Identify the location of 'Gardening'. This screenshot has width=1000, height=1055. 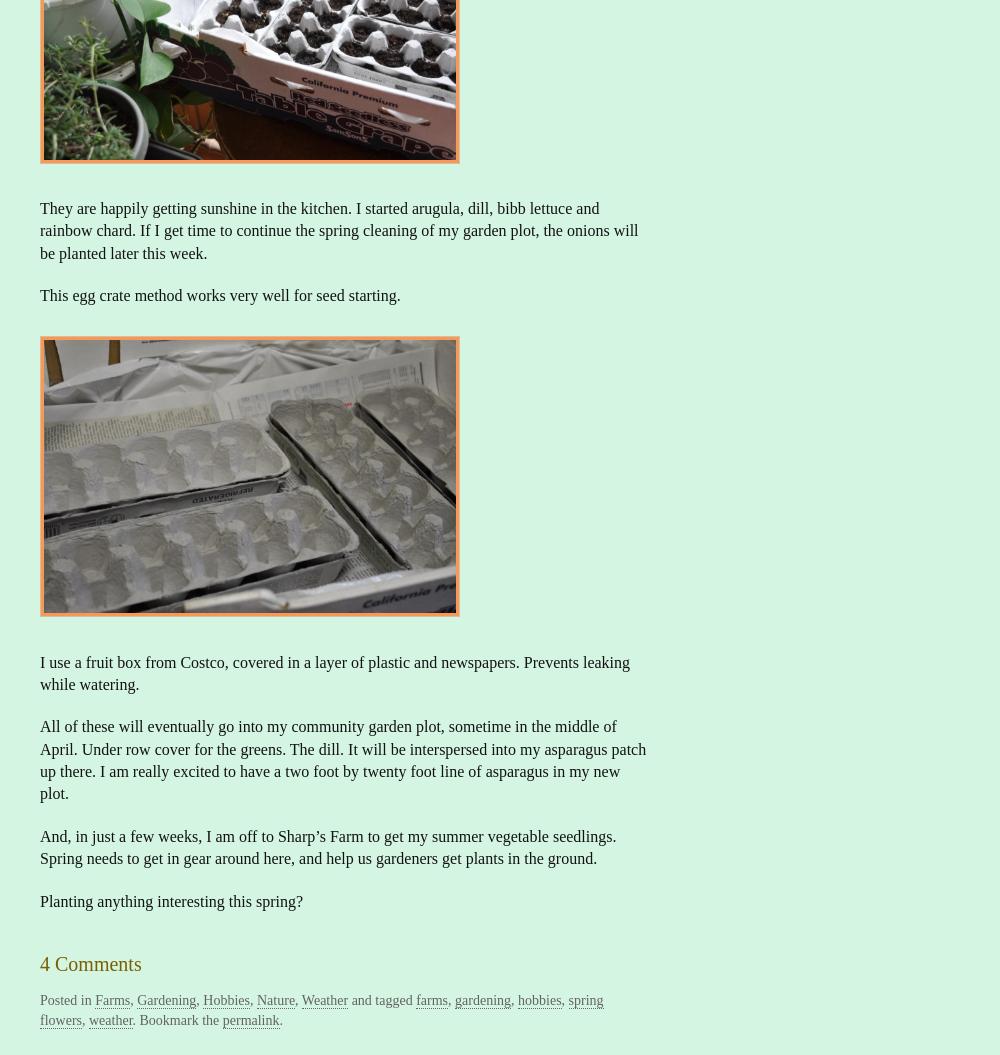
(137, 999).